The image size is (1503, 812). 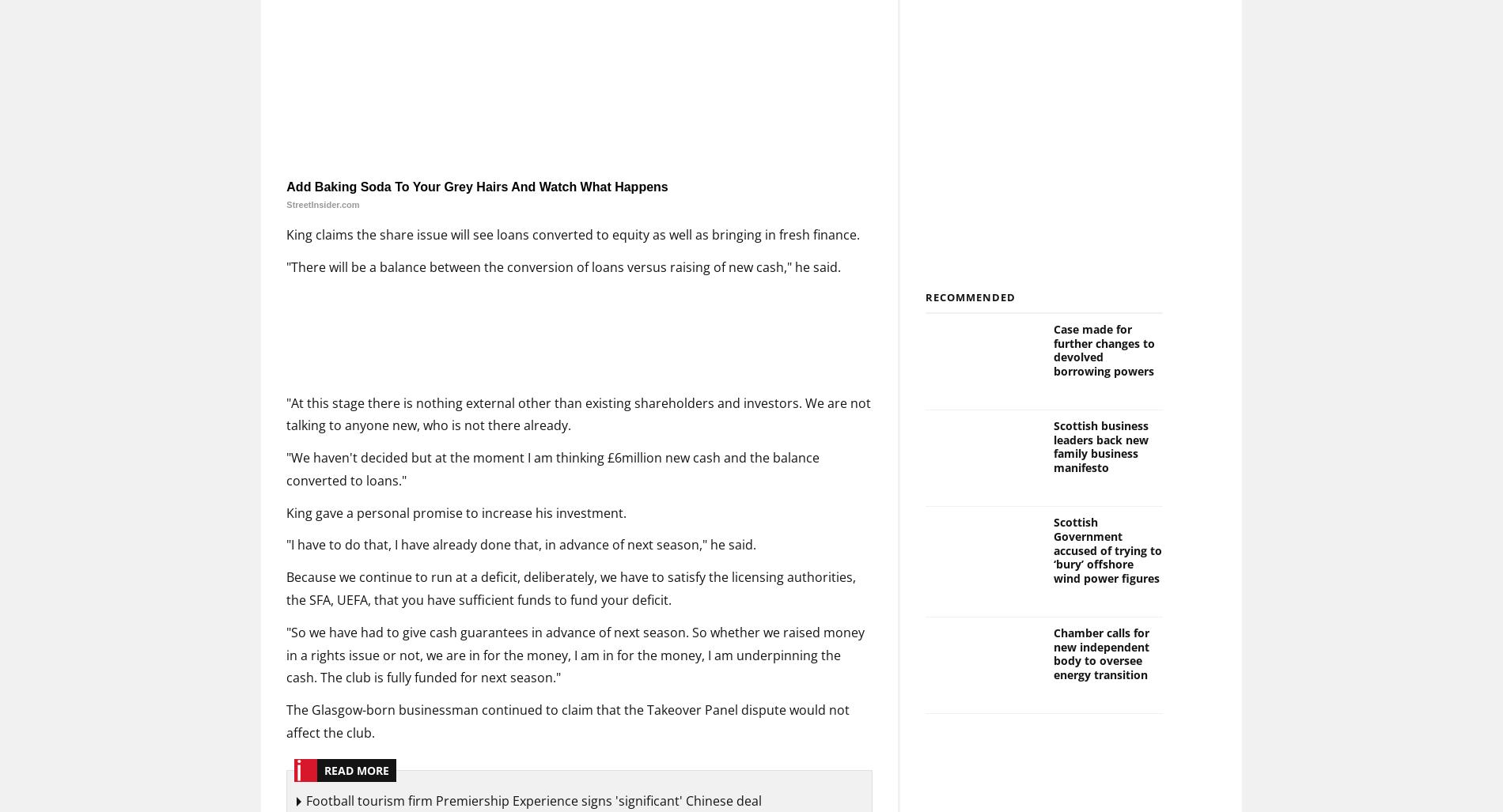 What do you see at coordinates (577, 413) in the screenshot?
I see `'"At this stage there is nothing external other than existing shareholders and investors. We are not talking to anyone new, who is not there already.'` at bounding box center [577, 413].